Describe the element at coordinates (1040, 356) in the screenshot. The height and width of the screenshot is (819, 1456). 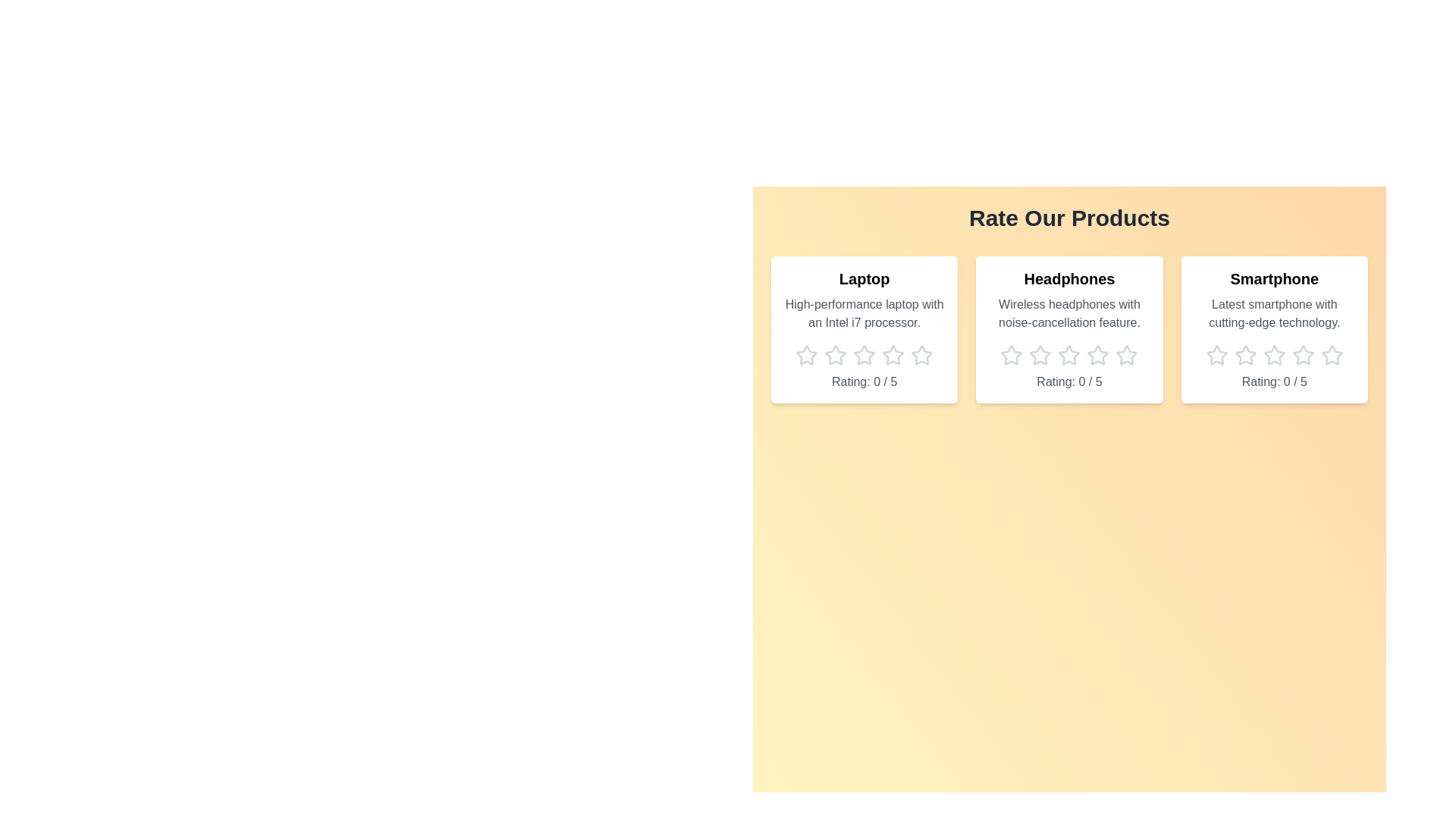
I see `the star icon corresponding to 2 stars for the product Headphones` at that location.